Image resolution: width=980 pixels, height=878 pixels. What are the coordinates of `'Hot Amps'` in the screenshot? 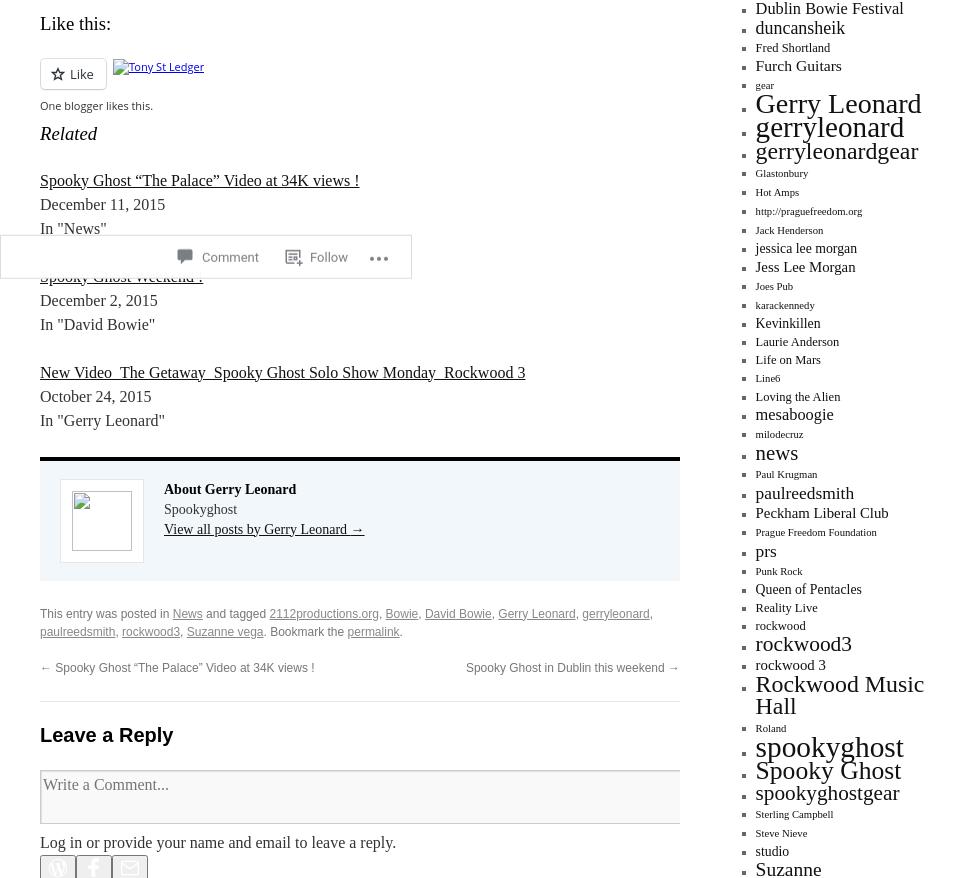 It's located at (754, 191).